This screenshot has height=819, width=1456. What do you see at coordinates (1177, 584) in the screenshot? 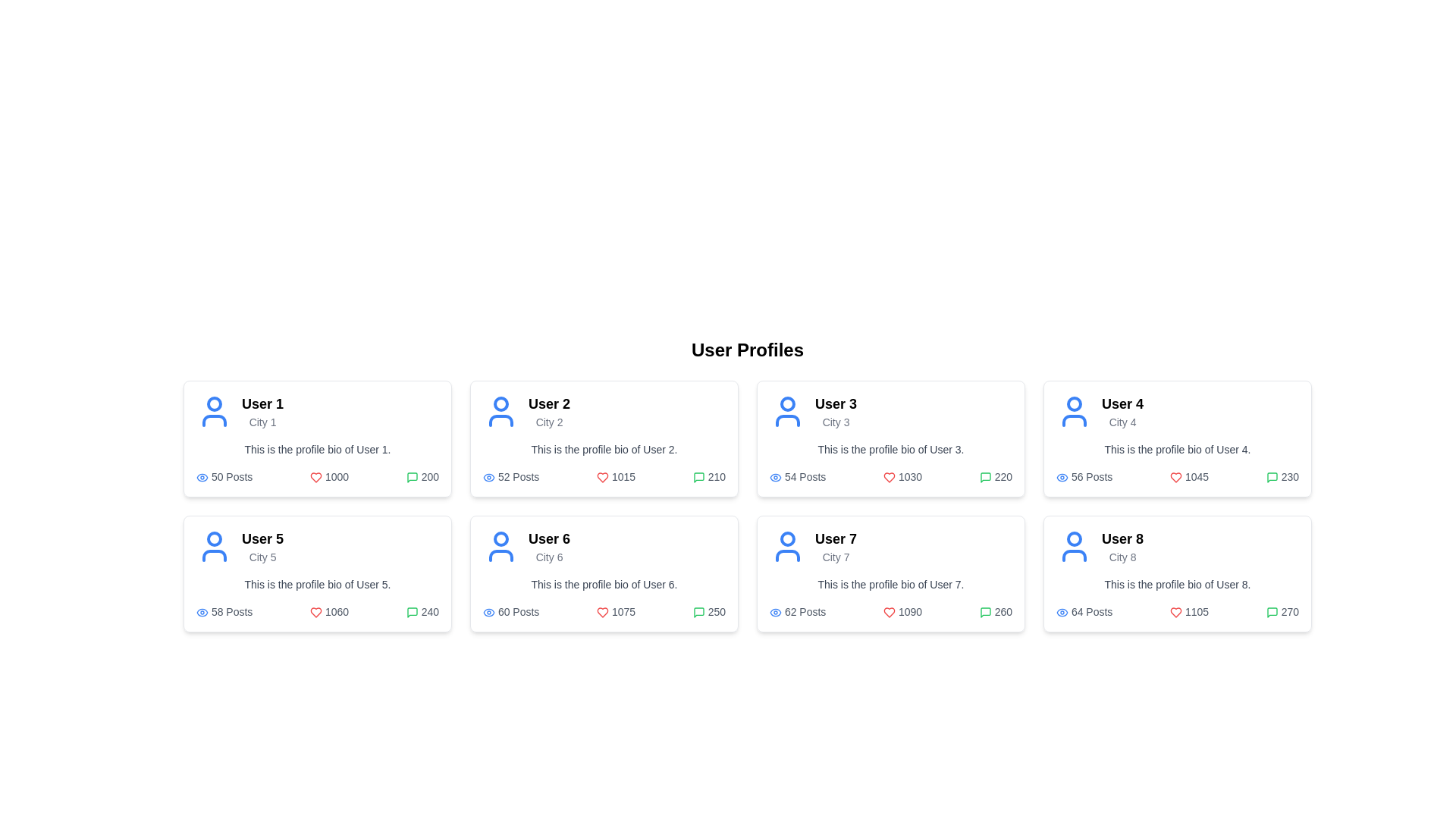
I see `profile bio text for User 8, which is a single line of gray text stating 'This is the profile bio of User 8.' positioned below the user's name and city information` at bounding box center [1177, 584].